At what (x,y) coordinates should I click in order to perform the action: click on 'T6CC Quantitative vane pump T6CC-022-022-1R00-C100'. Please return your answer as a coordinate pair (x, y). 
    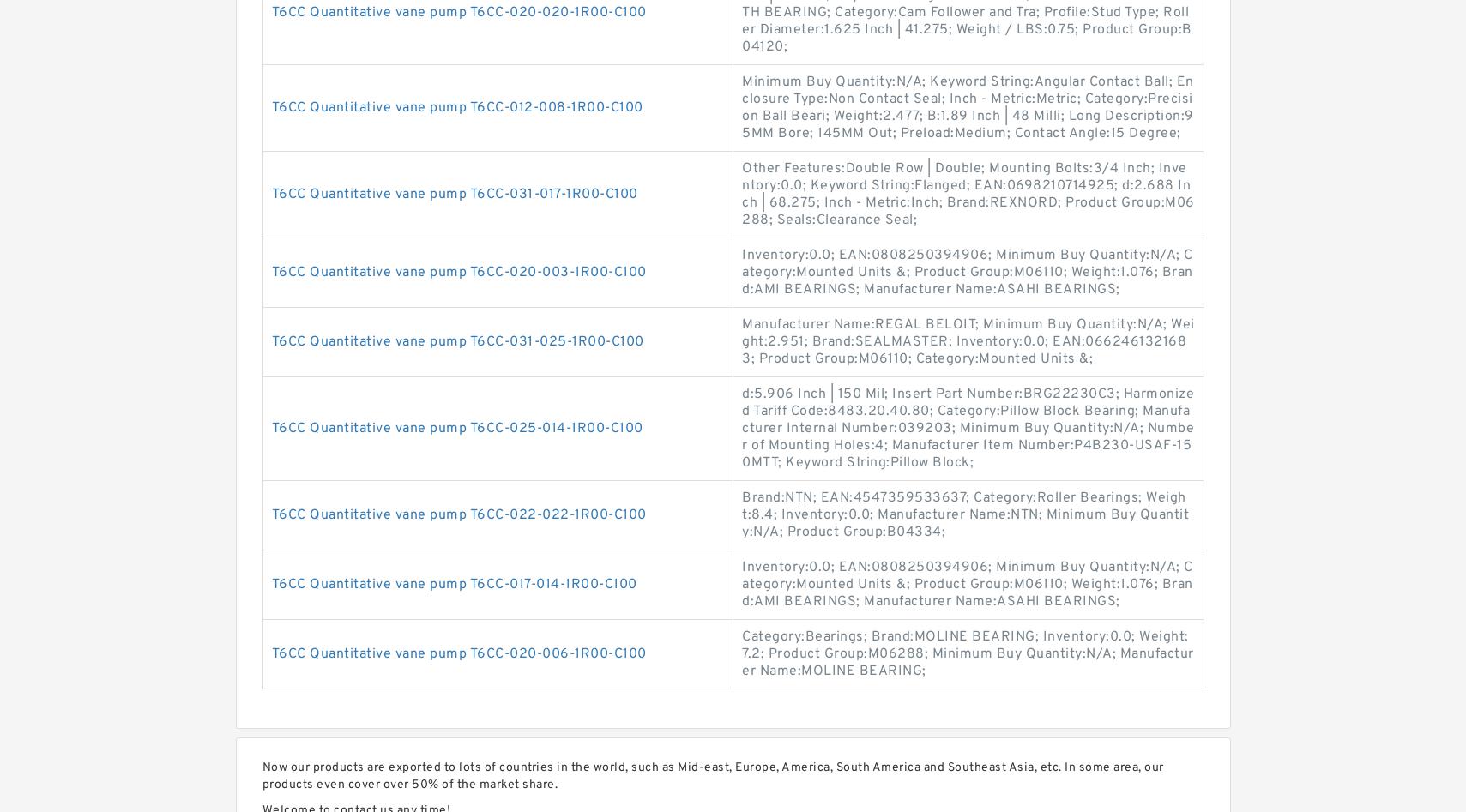
    Looking at the image, I should click on (457, 514).